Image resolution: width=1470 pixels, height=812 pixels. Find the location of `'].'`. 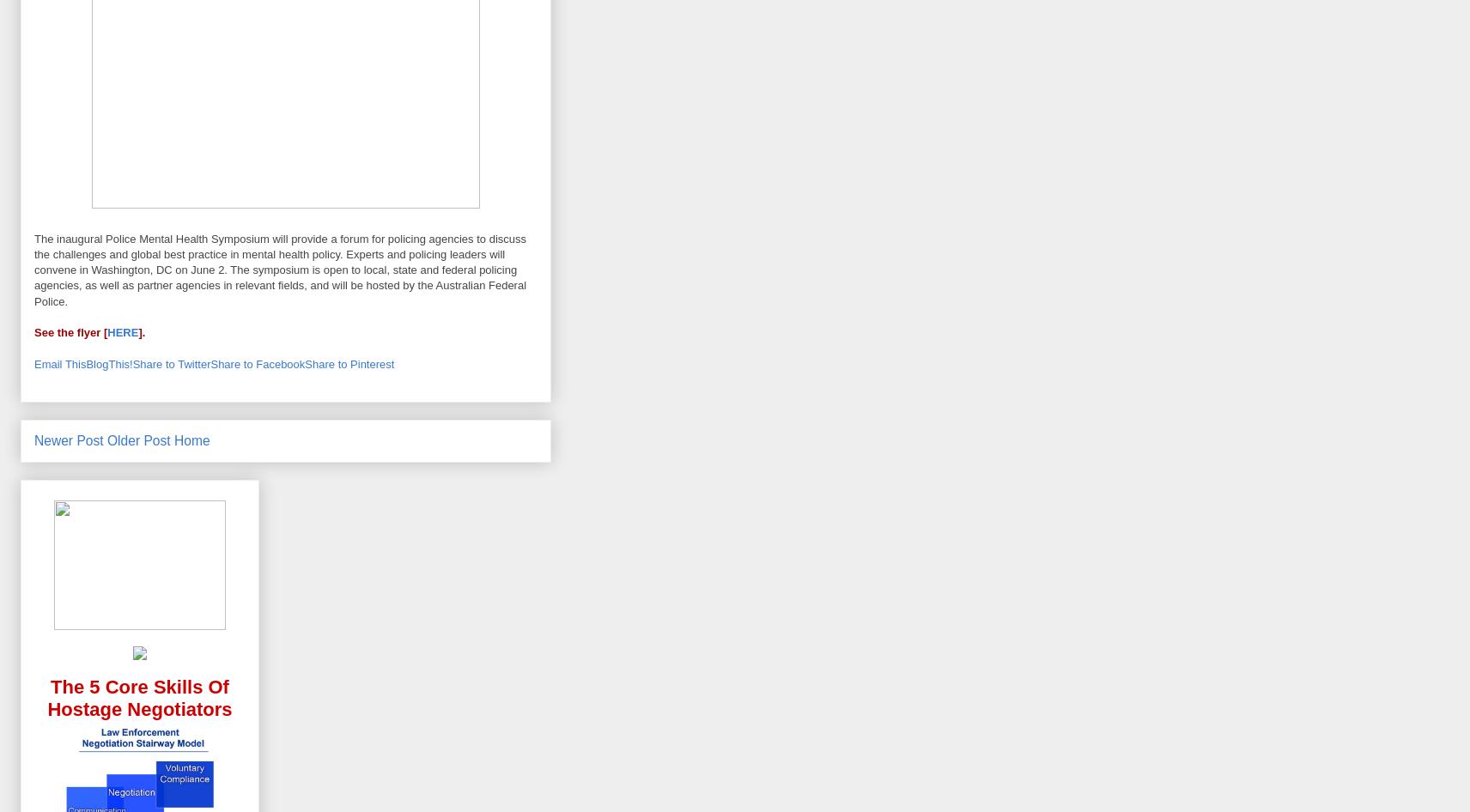

'].' is located at coordinates (142, 332).